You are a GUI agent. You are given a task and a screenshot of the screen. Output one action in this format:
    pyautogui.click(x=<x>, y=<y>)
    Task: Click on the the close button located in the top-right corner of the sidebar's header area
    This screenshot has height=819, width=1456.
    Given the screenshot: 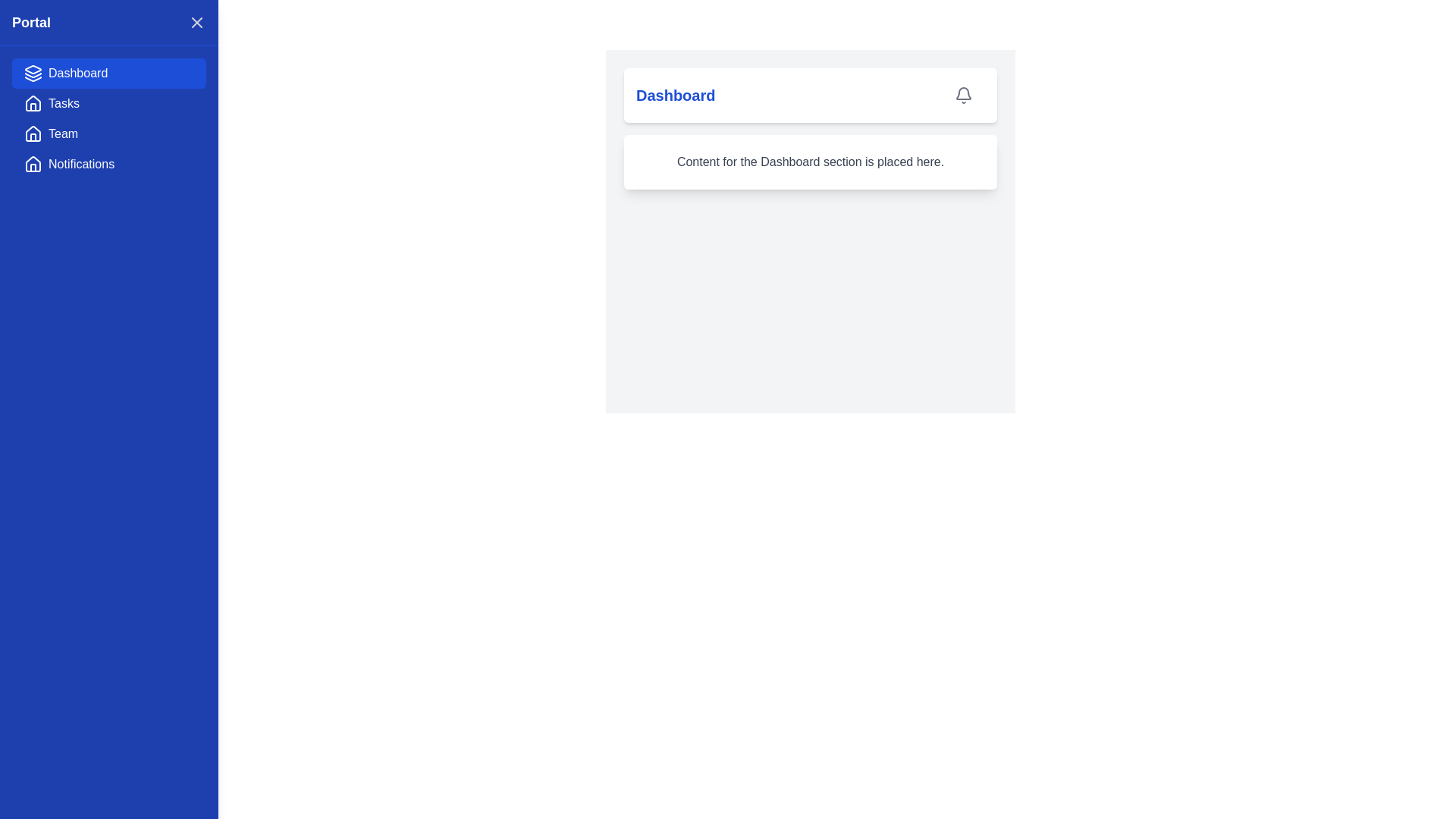 What is the action you would take?
    pyautogui.click(x=196, y=23)
    